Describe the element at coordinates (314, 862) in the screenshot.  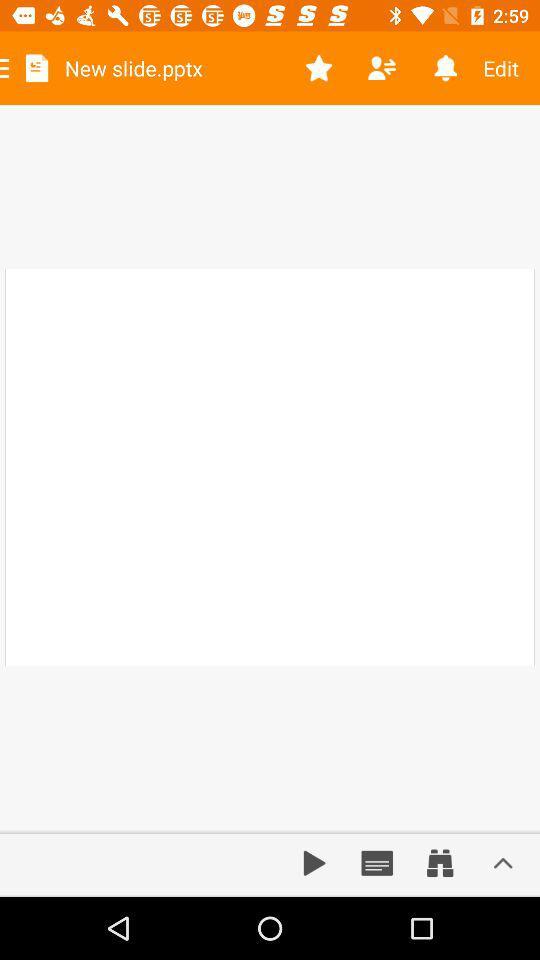
I see `the play icon` at that location.